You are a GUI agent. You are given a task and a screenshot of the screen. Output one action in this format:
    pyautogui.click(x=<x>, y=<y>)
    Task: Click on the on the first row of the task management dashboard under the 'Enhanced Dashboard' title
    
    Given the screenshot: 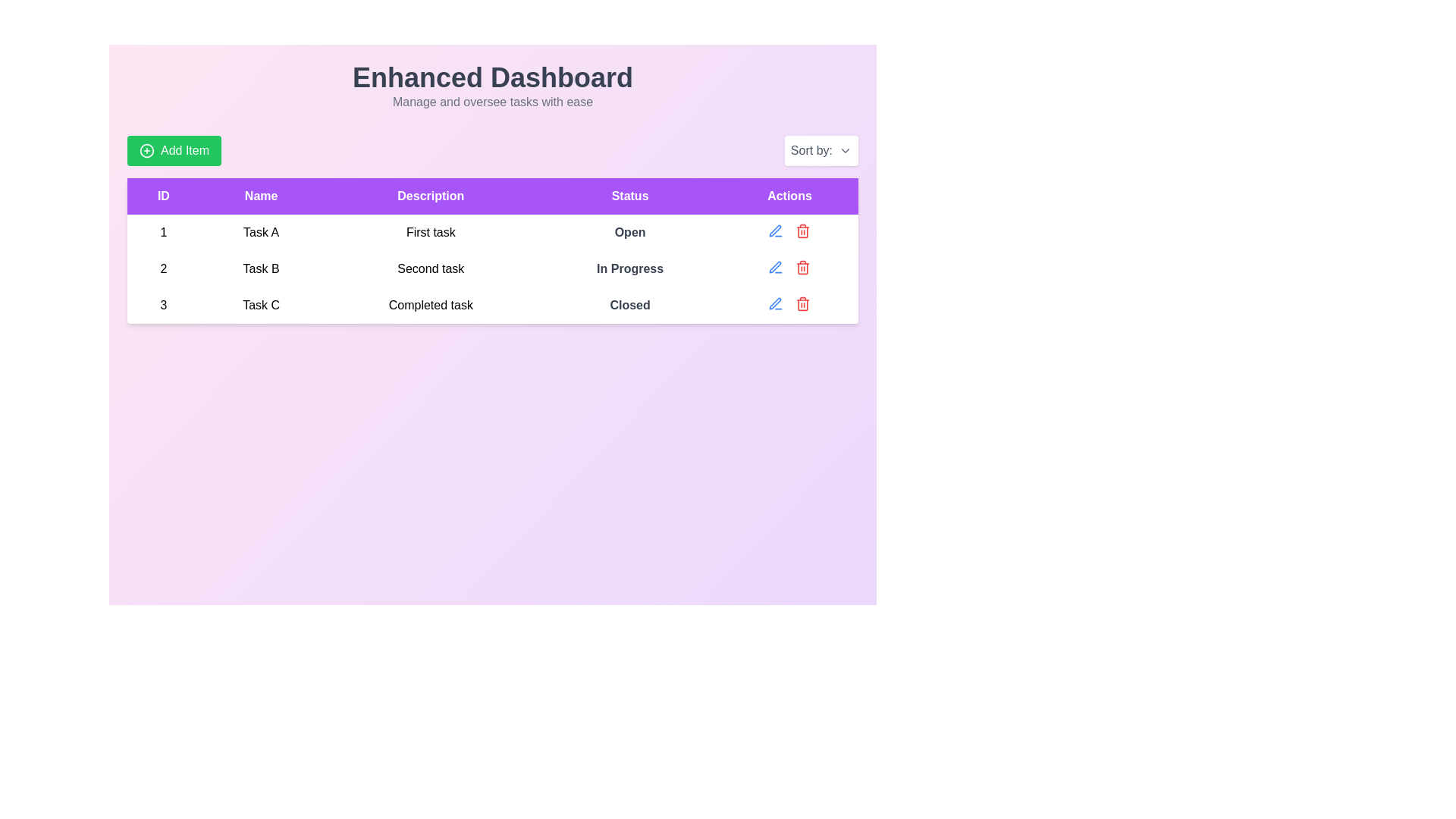 What is the action you would take?
    pyautogui.click(x=492, y=233)
    